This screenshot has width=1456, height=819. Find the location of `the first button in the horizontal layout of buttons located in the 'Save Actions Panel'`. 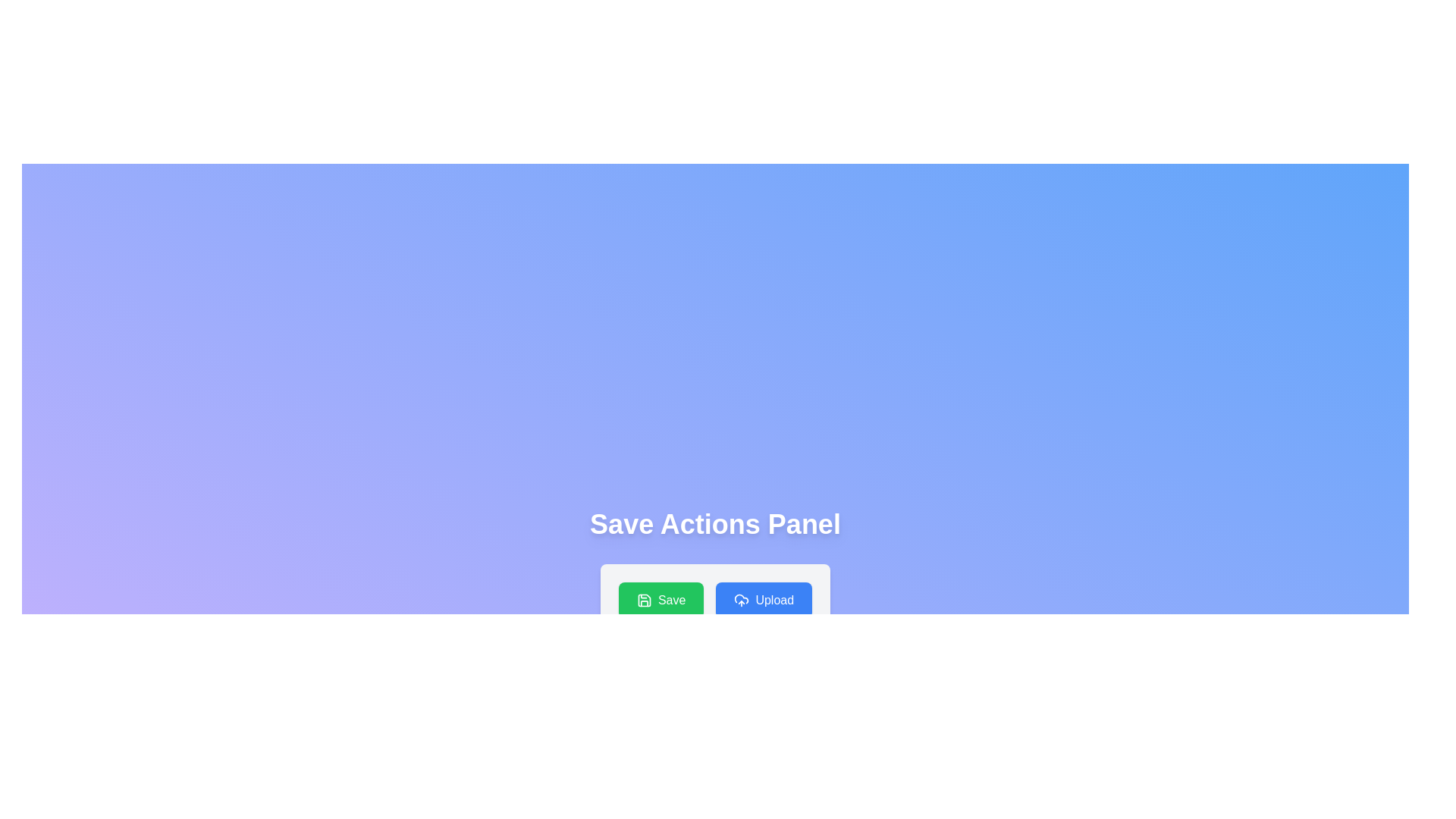

the first button in the horizontal layout of buttons located in the 'Save Actions Panel' is located at coordinates (661, 599).